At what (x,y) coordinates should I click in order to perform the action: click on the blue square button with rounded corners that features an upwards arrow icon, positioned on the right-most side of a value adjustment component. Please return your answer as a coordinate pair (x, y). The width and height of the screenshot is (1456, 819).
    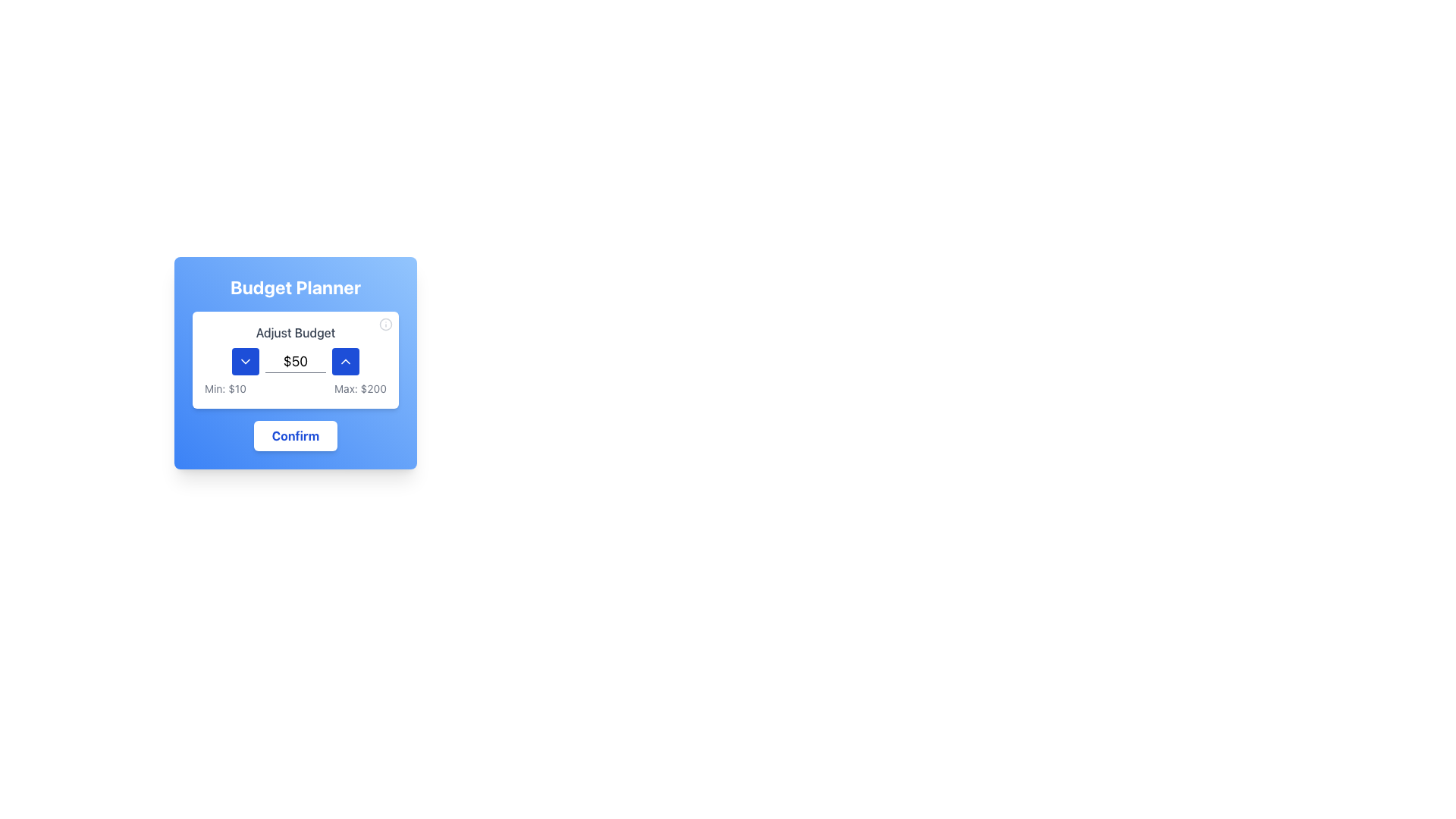
    Looking at the image, I should click on (345, 362).